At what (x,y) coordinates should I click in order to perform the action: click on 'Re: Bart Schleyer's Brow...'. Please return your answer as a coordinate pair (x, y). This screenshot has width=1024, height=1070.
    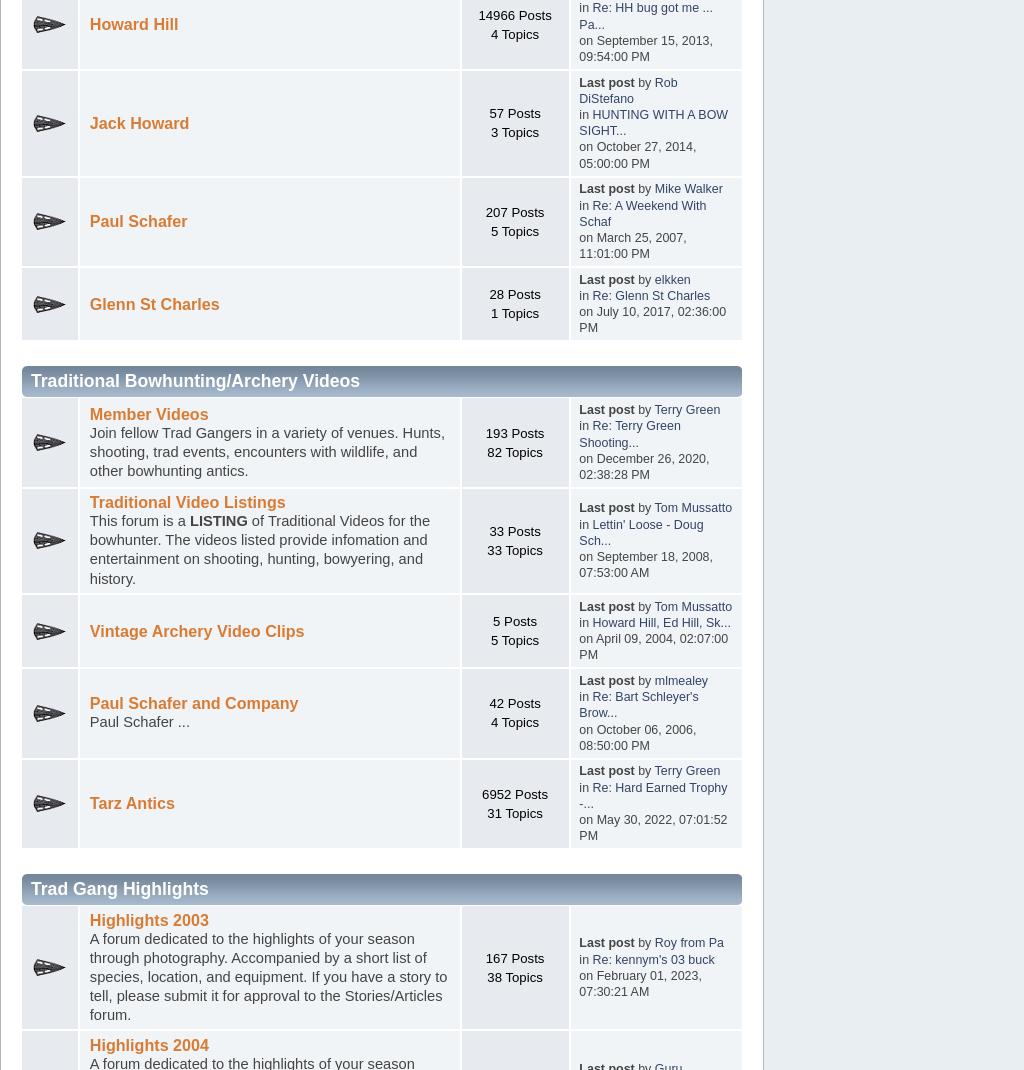
    Looking at the image, I should click on (638, 705).